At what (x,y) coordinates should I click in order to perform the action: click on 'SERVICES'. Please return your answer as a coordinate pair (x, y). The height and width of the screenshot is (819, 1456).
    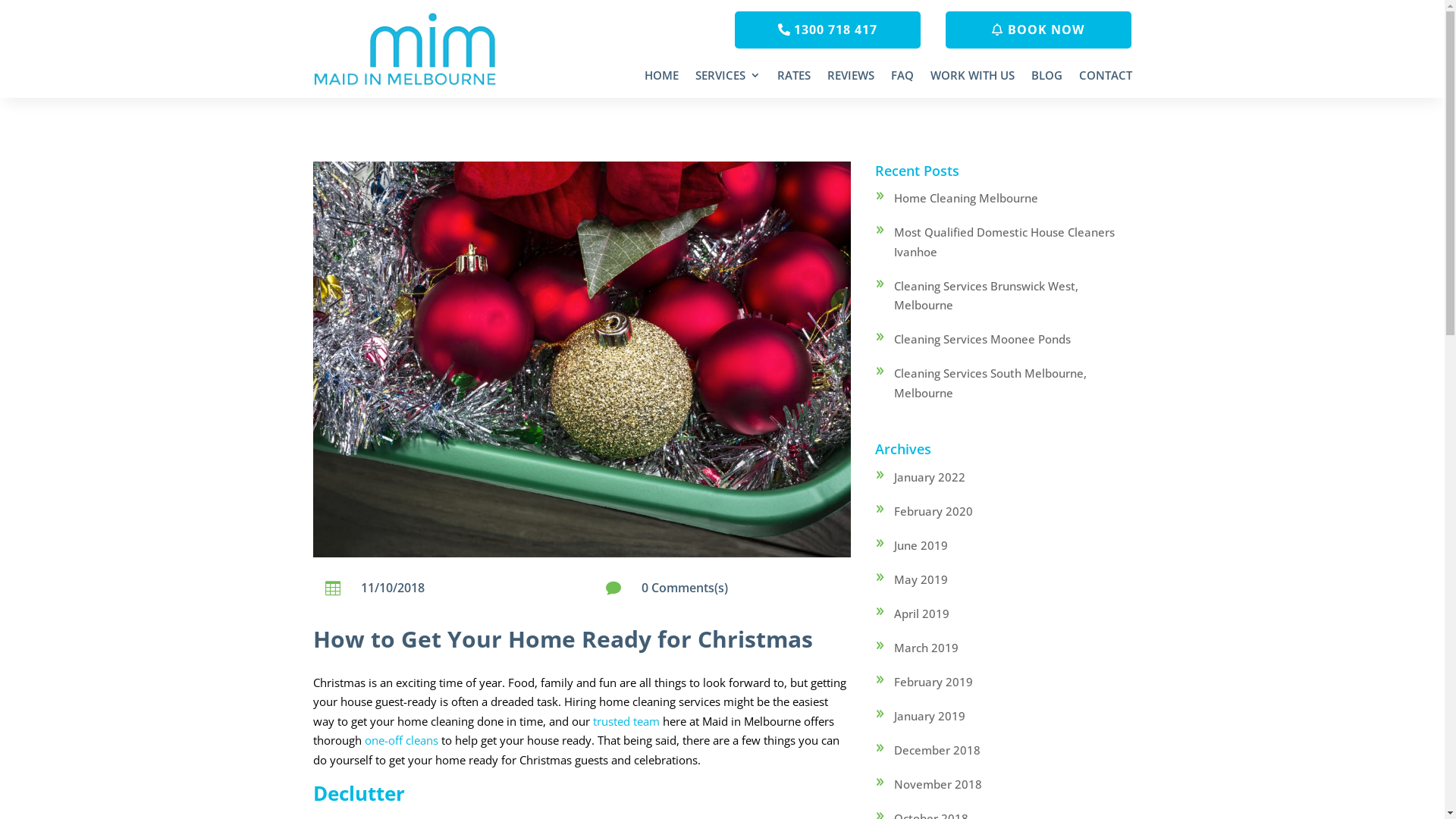
    Looking at the image, I should click on (726, 78).